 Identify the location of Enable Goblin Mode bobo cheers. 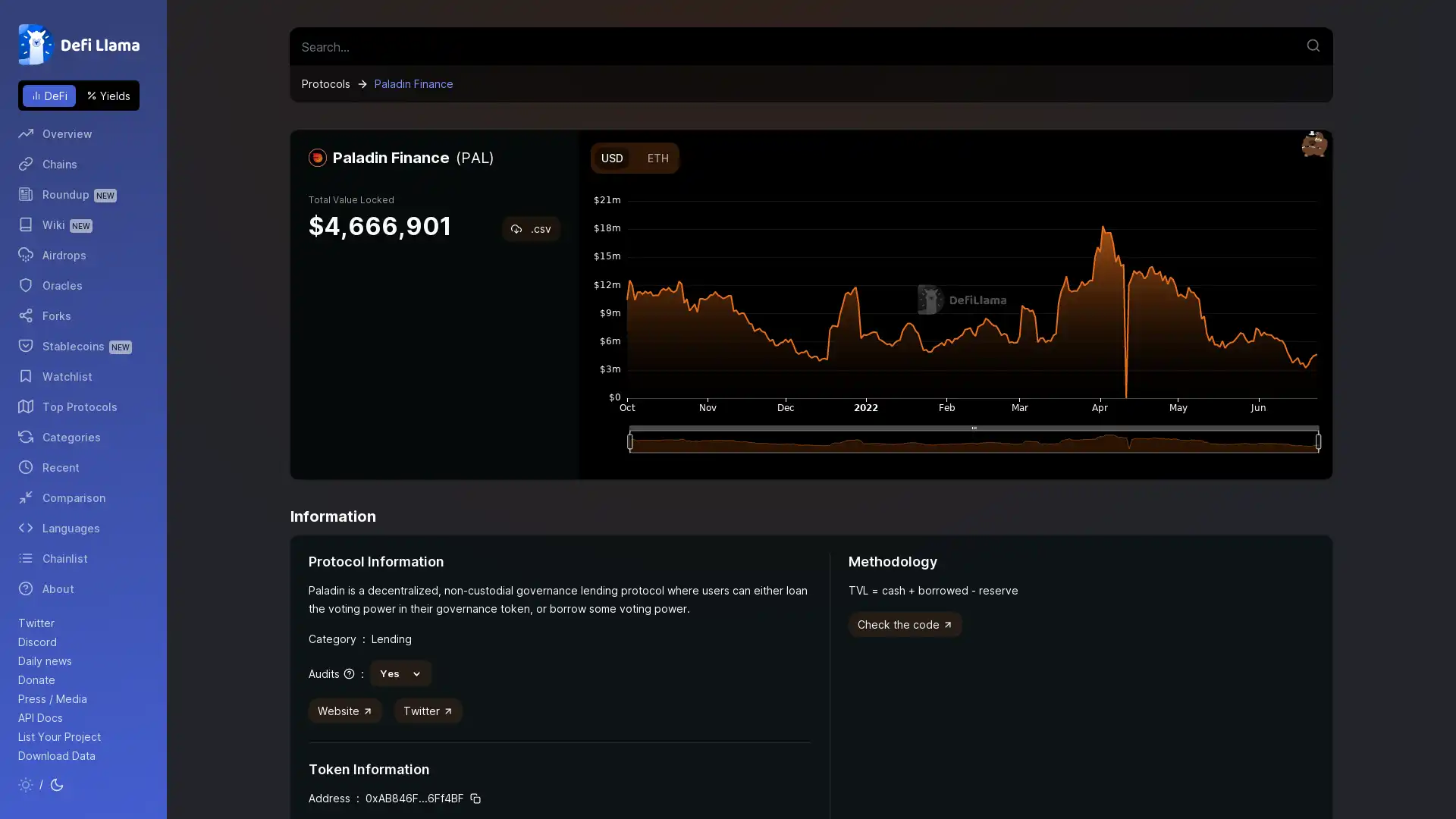
(1313, 145).